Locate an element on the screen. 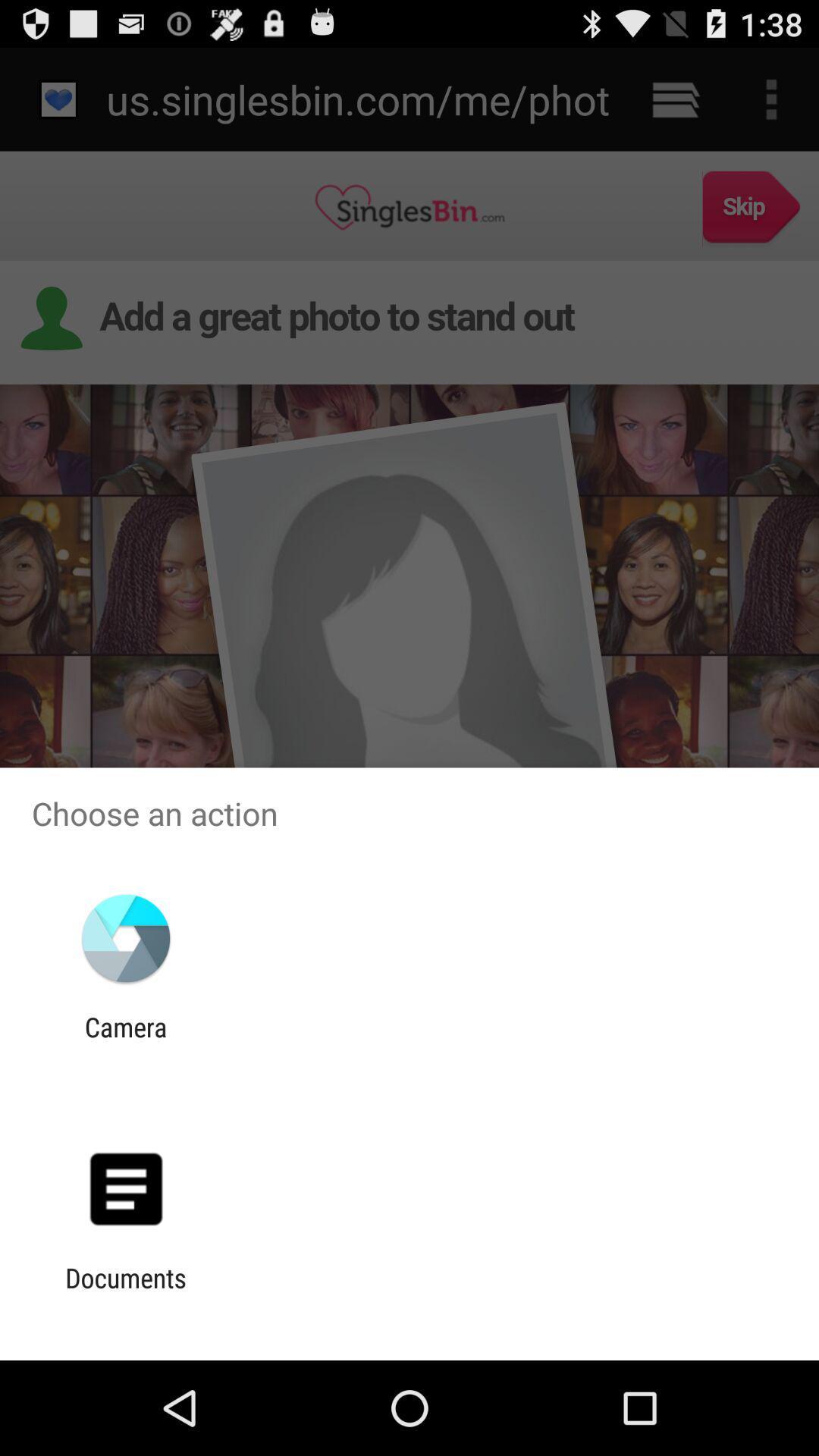 This screenshot has width=819, height=1456. the documents app is located at coordinates (125, 1293).